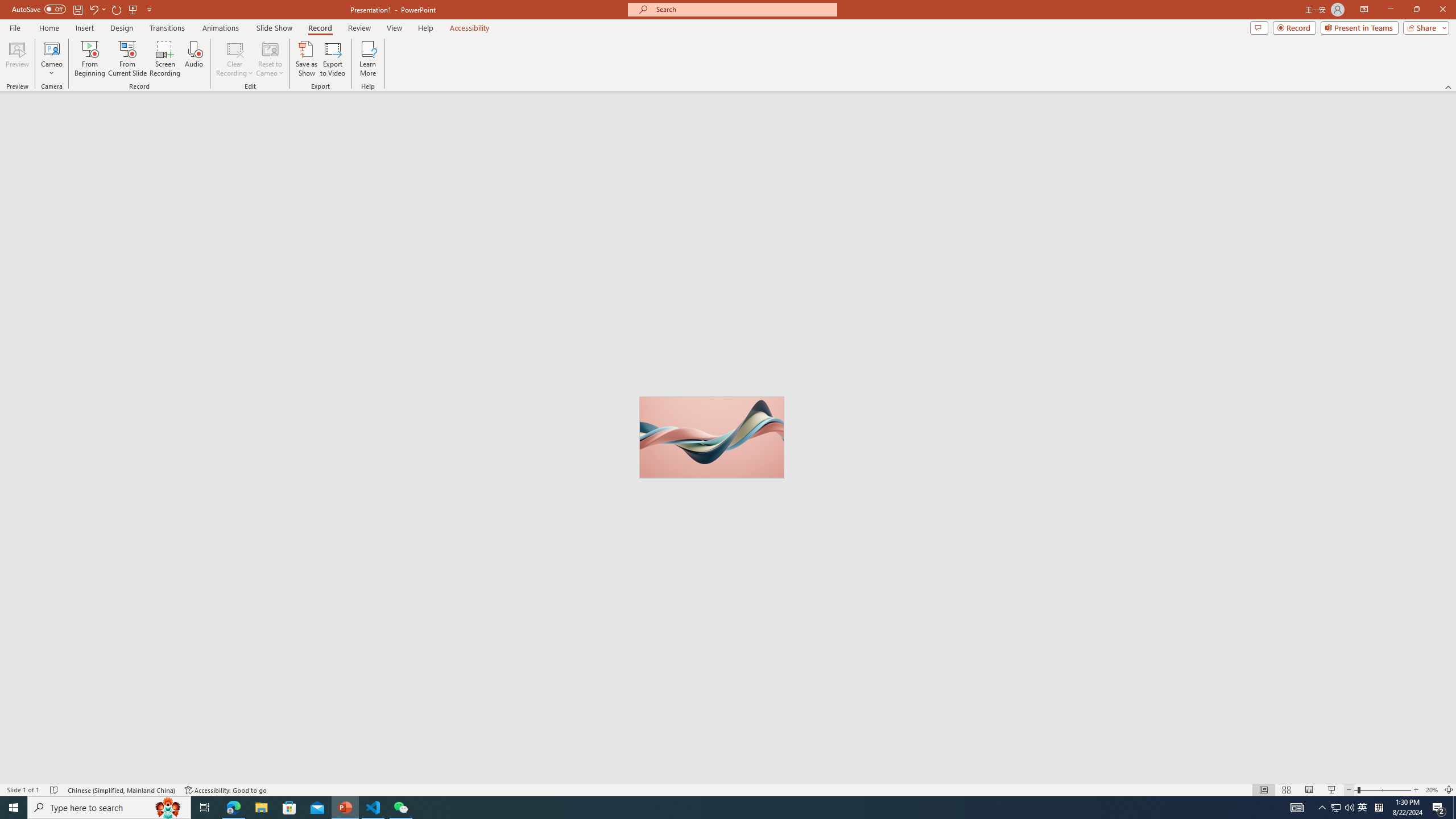 The width and height of the screenshot is (1456, 819). Describe the element at coordinates (193, 59) in the screenshot. I see `'Audio'` at that location.